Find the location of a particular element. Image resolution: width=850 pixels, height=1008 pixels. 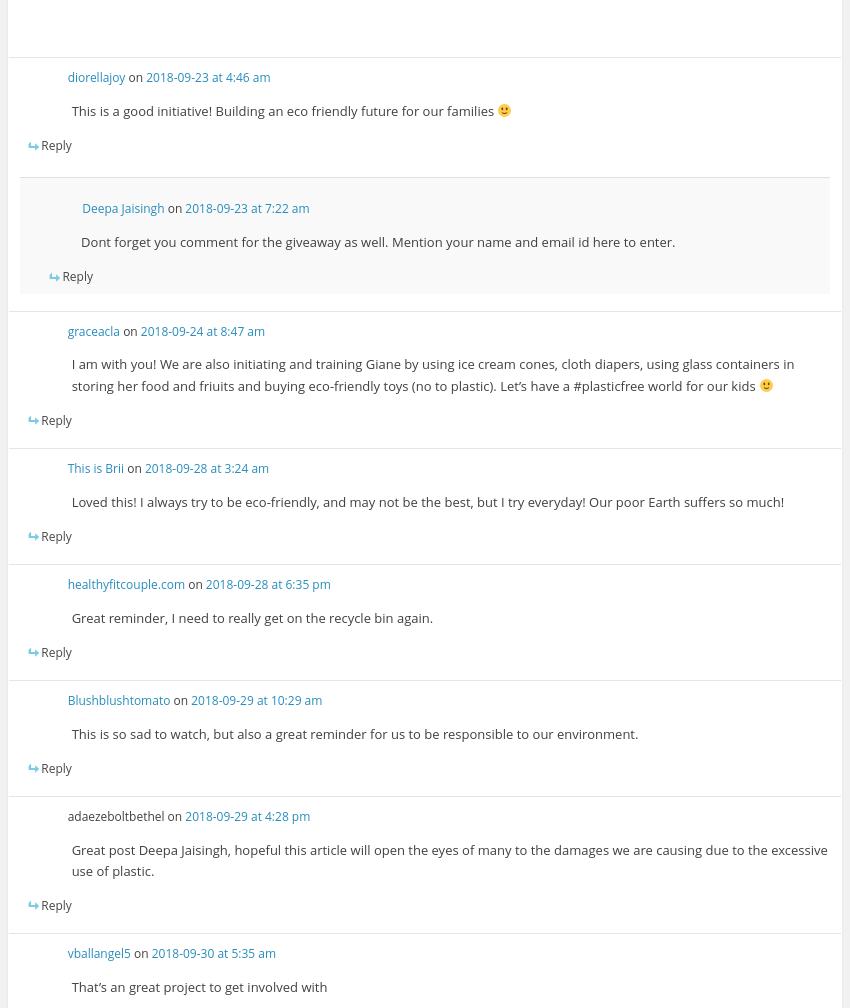

'2018-09-24 at 8:47 am' is located at coordinates (201, 330).